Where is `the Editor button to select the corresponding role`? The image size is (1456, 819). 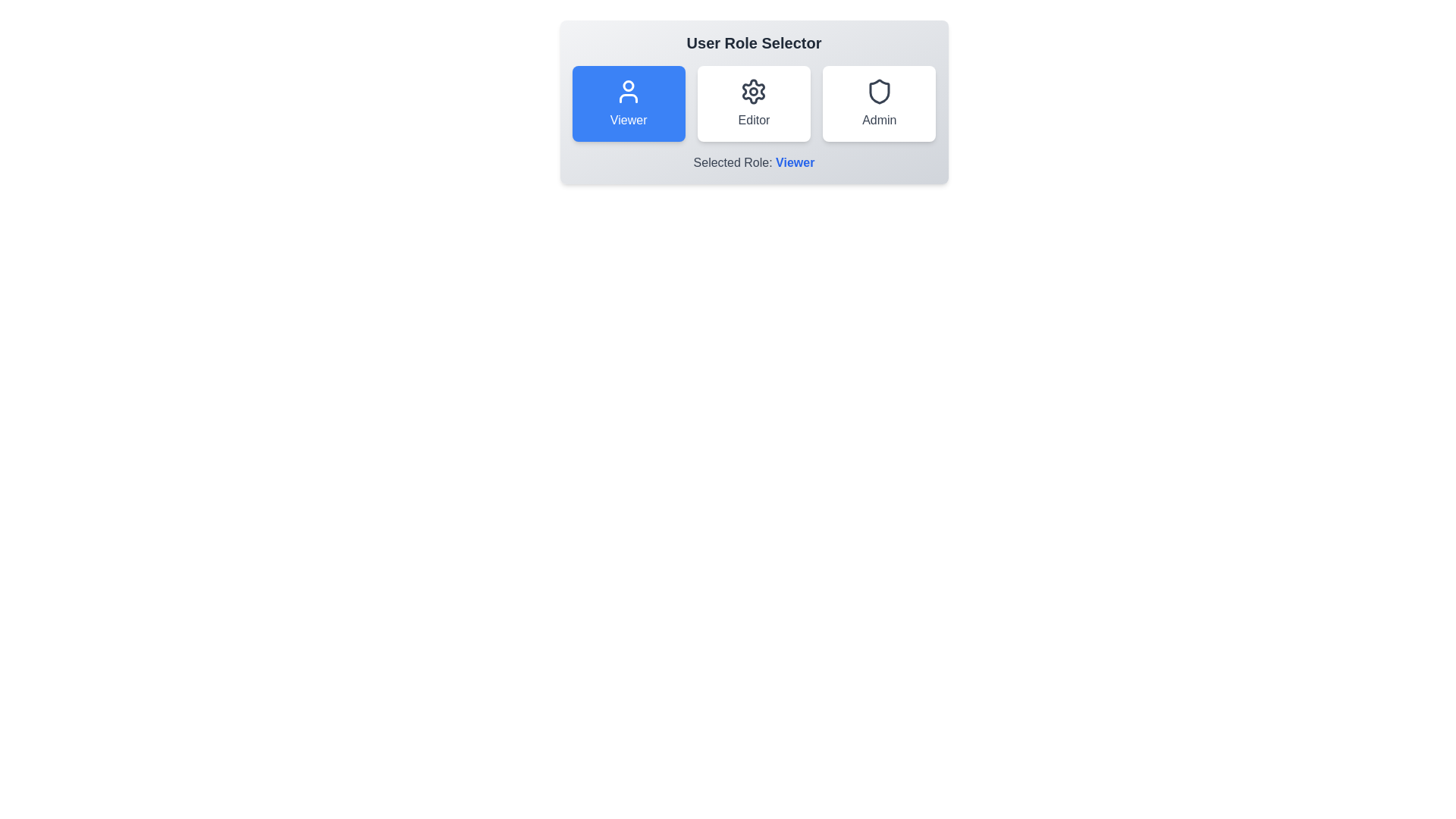 the Editor button to select the corresponding role is located at coordinates (753, 103).